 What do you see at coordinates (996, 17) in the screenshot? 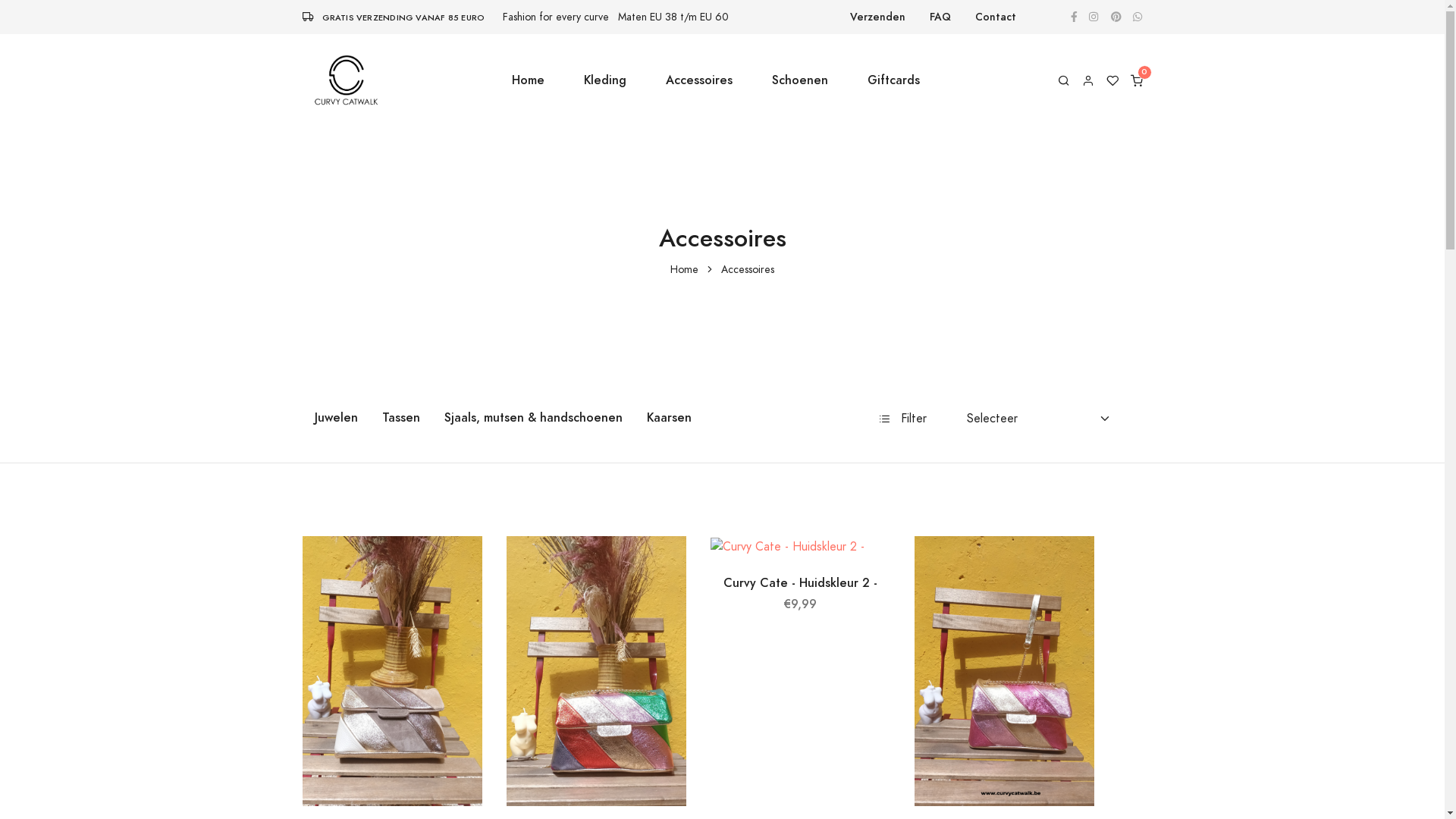
I see `'Contact'` at bounding box center [996, 17].